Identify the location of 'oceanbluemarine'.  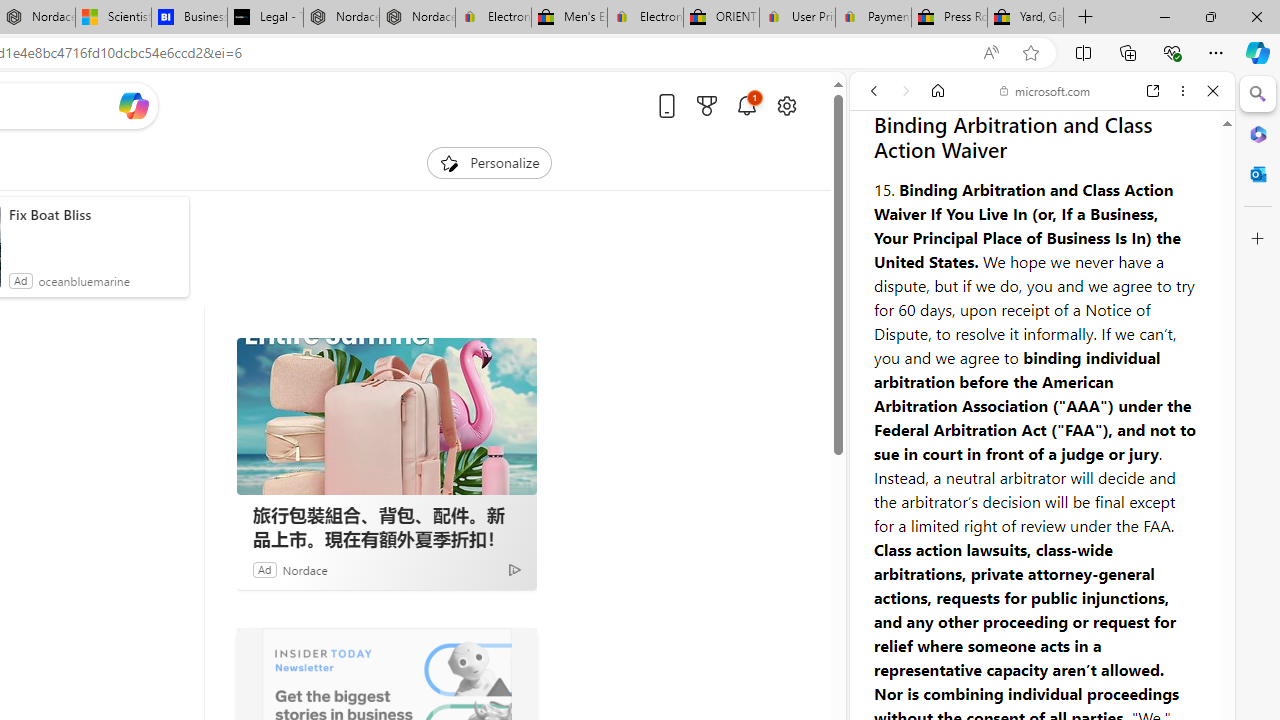
(83, 280).